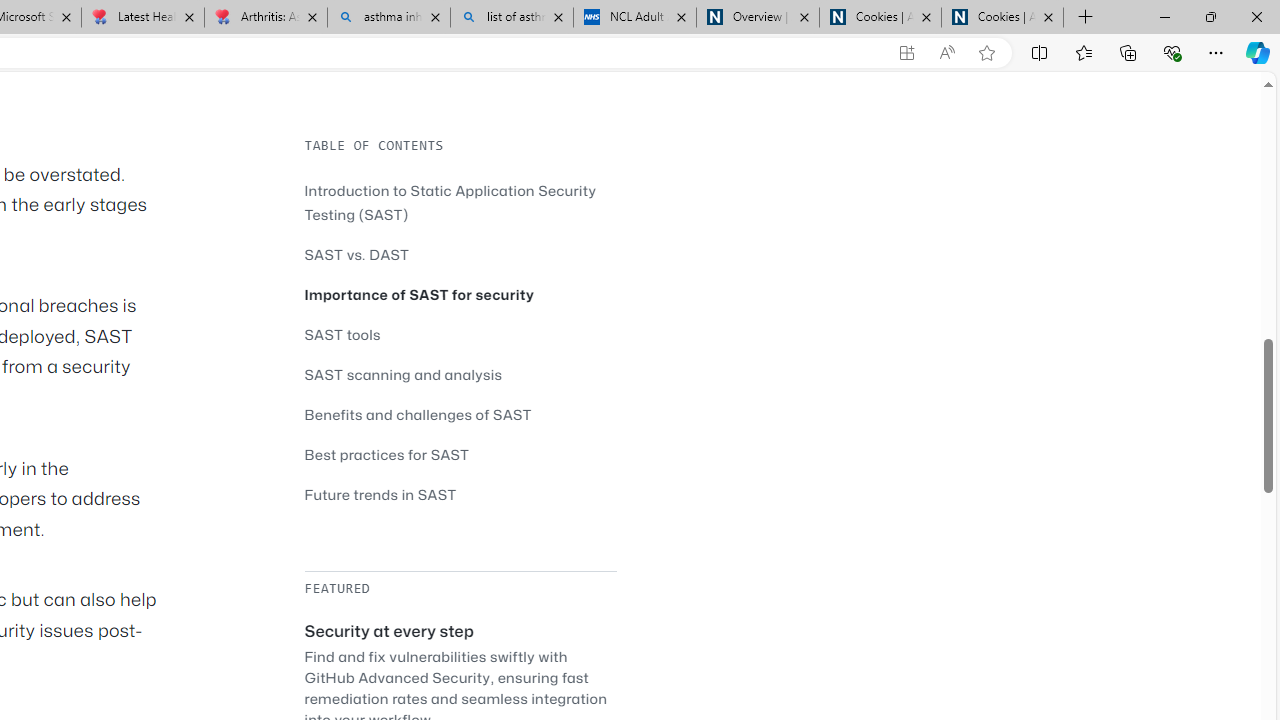  Describe the element at coordinates (418, 294) in the screenshot. I see `'Importance of SAST for security'` at that location.